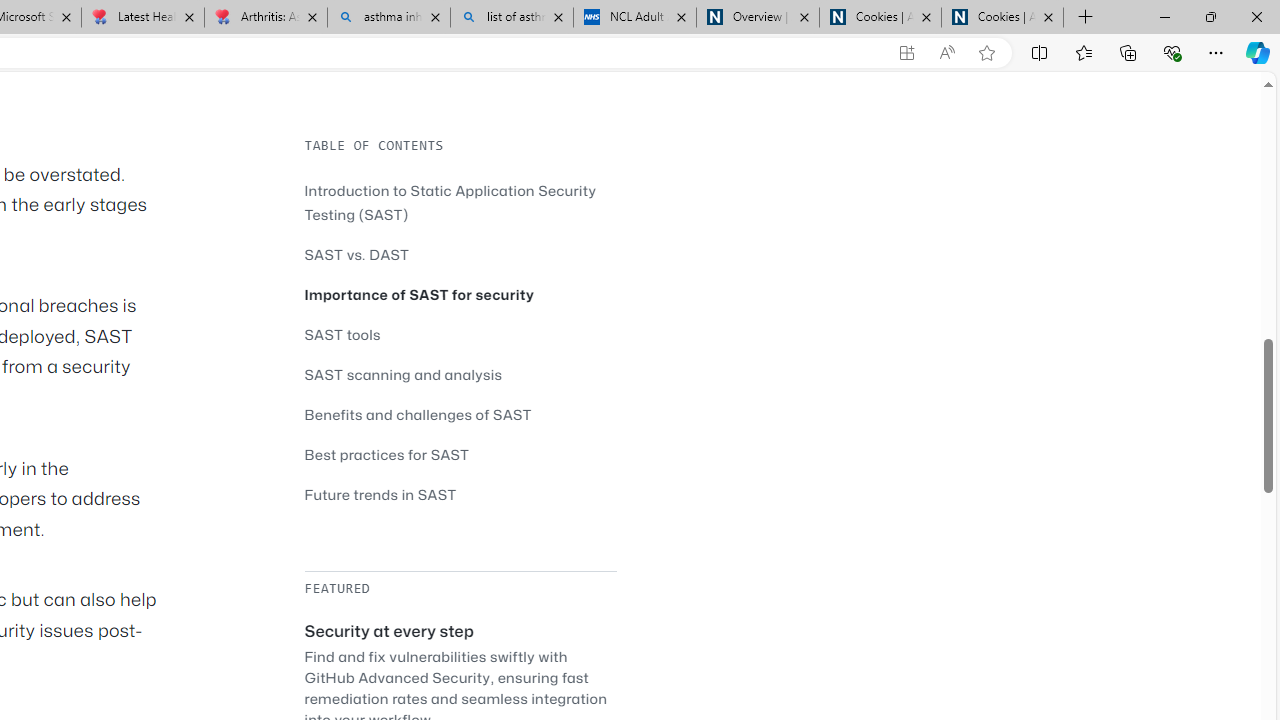  Describe the element at coordinates (418, 294) in the screenshot. I see `'Importance of SAST for security'` at that location.